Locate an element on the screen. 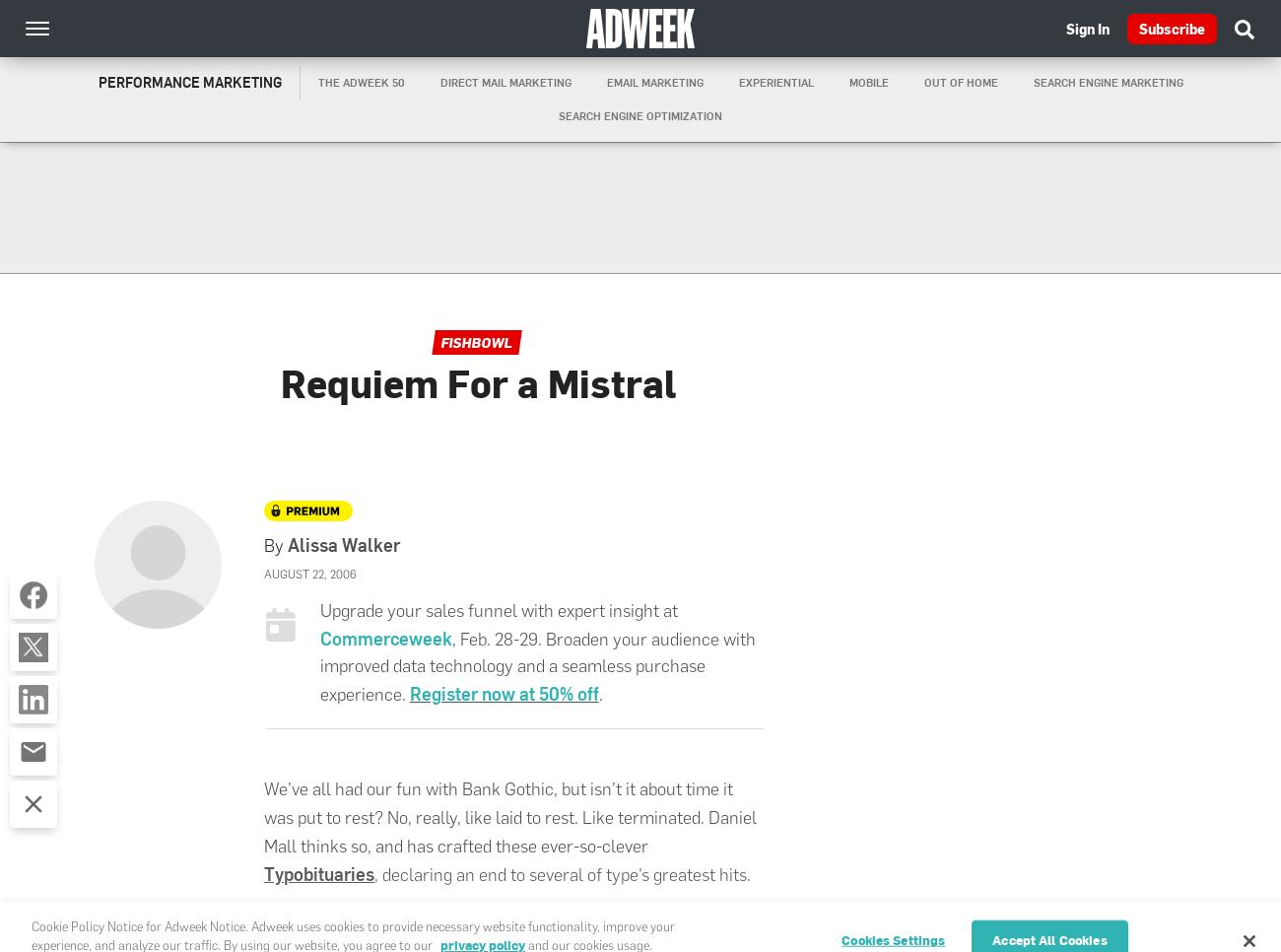 Image resolution: width=1281 pixels, height=952 pixels. ', Feb. 28-29. Broaden your audience with improved data technology and a seamless purchase experience.' is located at coordinates (535, 666).